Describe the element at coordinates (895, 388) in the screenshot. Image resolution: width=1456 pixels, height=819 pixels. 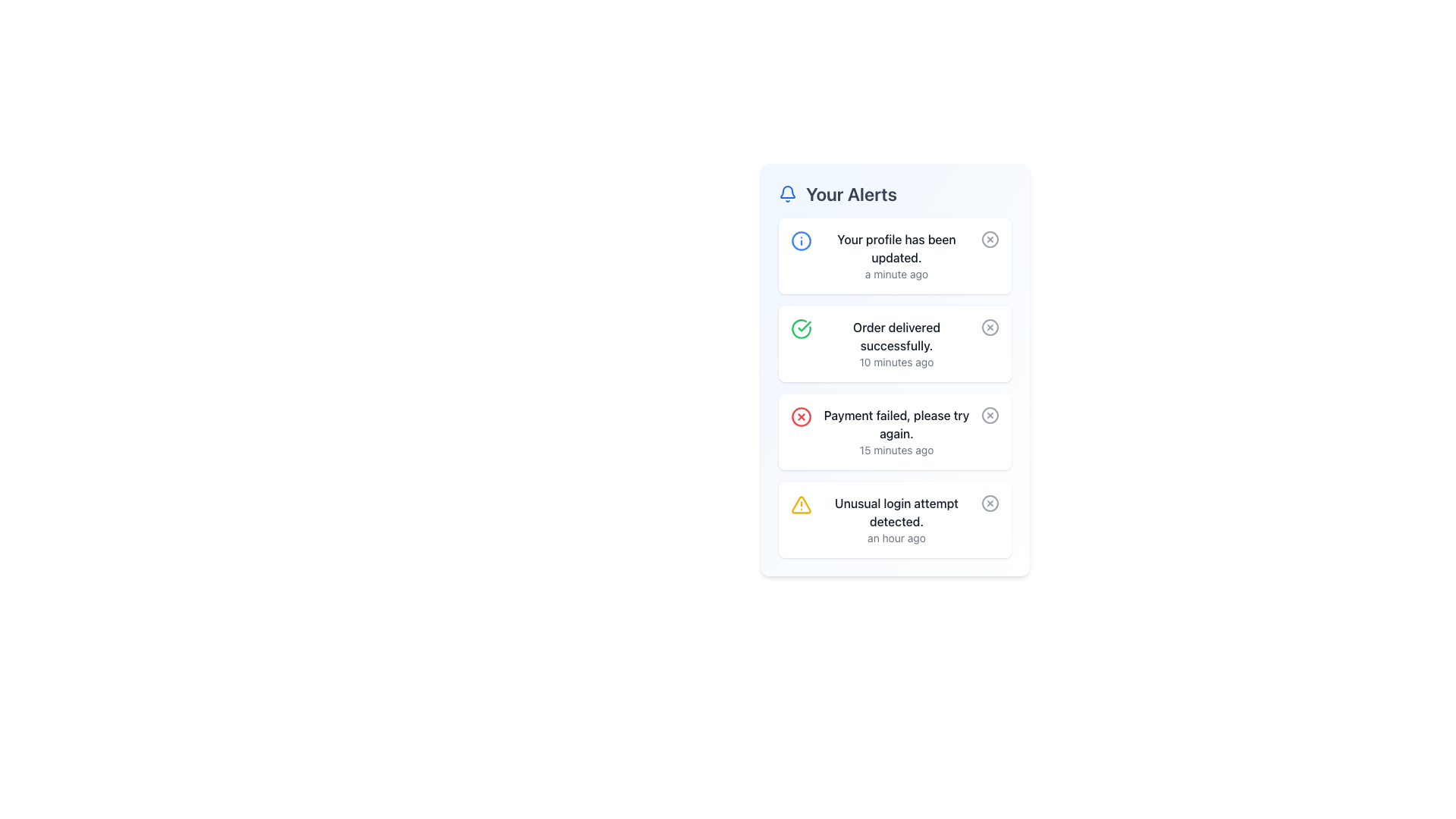
I see `the third notification item in the list below 'Your Alerts'` at that location.